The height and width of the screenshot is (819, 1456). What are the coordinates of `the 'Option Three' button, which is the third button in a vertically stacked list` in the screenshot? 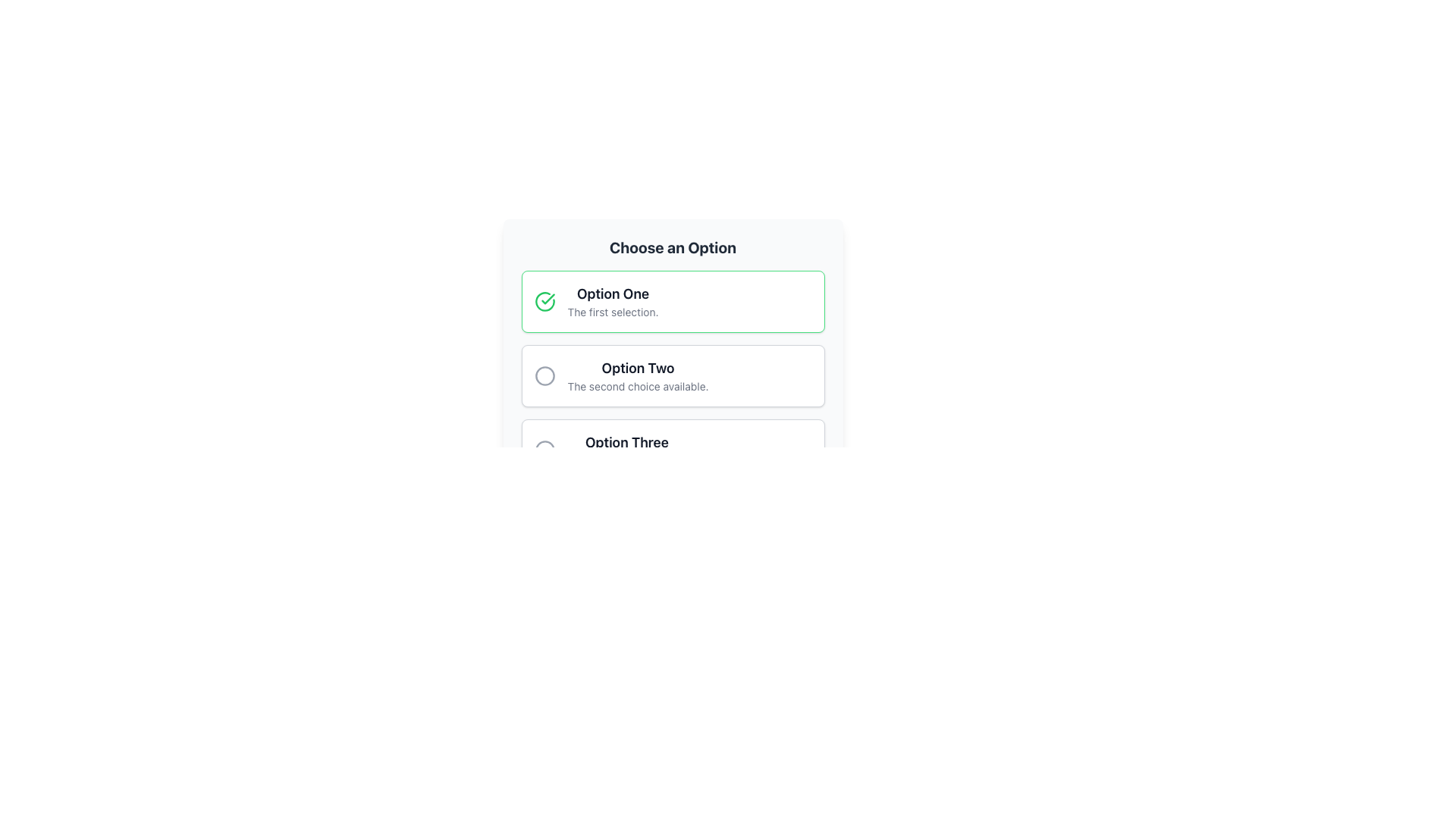 It's located at (672, 450).